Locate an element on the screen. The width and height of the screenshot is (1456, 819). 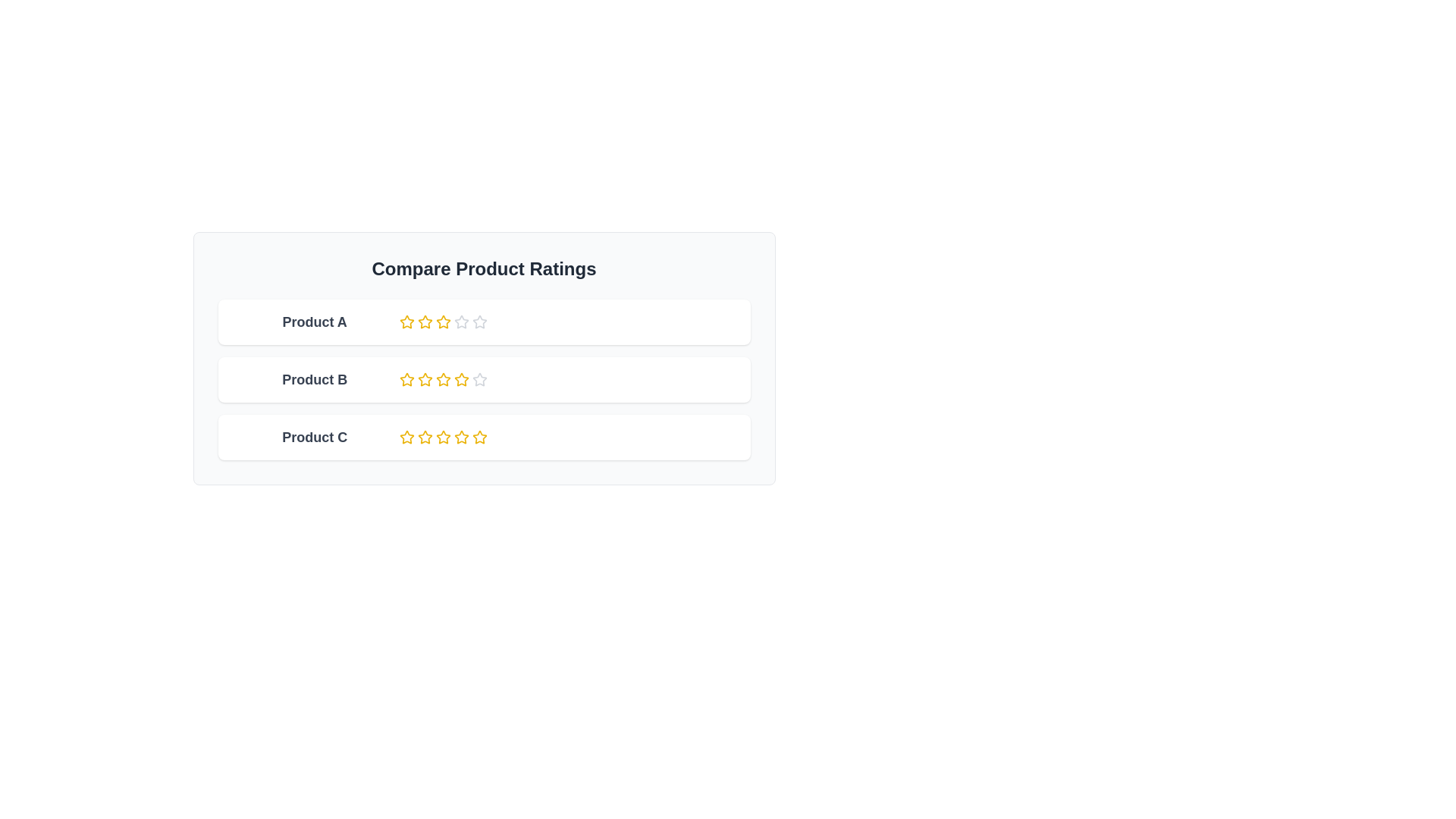
the third yellow star icon in the five-star rating widget for 'Product C' is located at coordinates (425, 438).